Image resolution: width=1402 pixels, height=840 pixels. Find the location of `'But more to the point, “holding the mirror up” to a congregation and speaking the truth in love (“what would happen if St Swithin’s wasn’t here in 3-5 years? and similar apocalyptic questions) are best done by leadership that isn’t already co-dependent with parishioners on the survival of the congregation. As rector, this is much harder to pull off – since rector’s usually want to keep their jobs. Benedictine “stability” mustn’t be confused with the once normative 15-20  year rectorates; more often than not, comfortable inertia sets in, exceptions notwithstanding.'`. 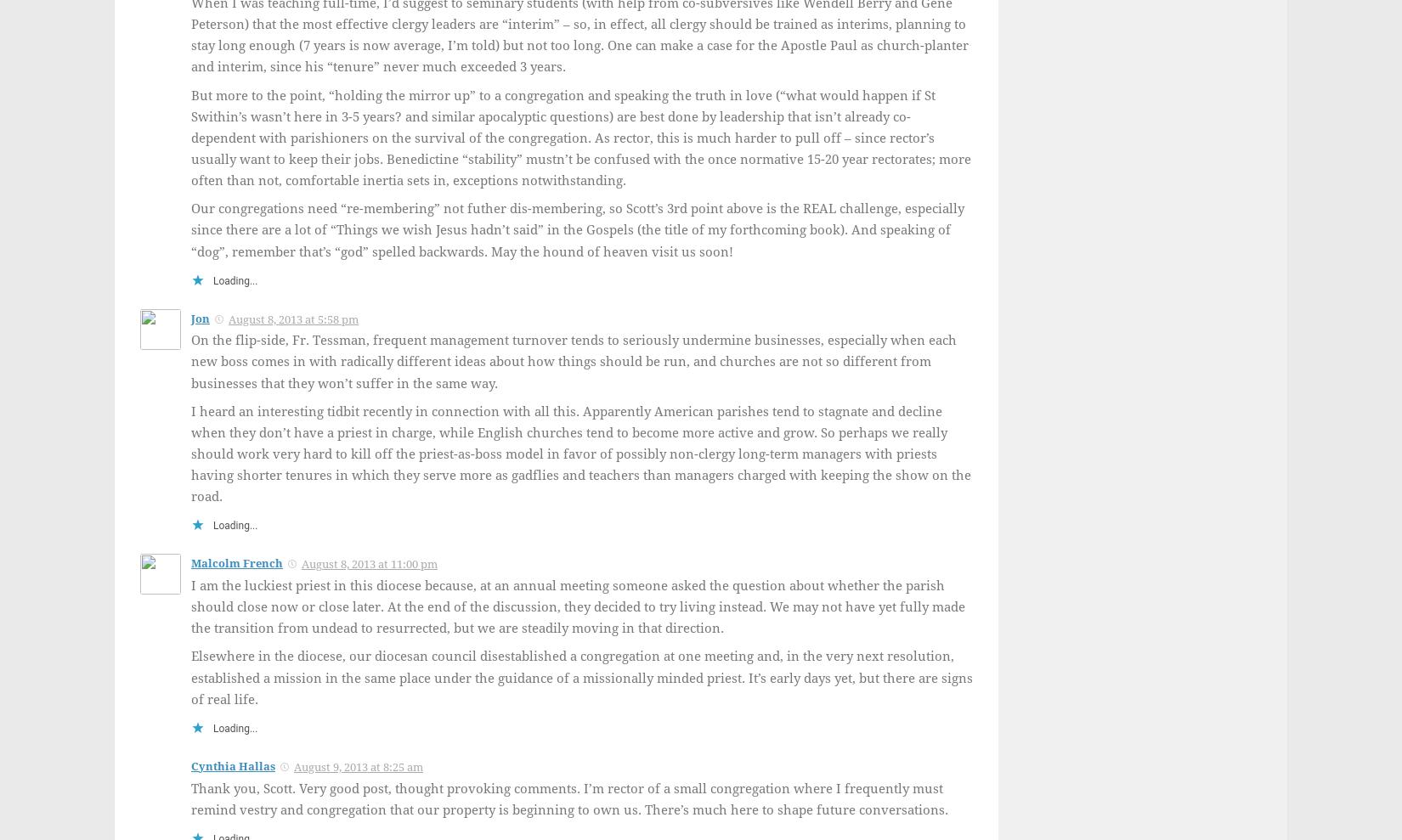

'But more to the point, “holding the mirror up” to a congregation and speaking the truth in love (“what would happen if St Swithin’s wasn’t here in 3-5 years? and similar apocalyptic questions) are best done by leadership that isn’t already co-dependent with parishioners on the survival of the congregation. As rector, this is much harder to pull off – since rector’s usually want to keep their jobs. Benedictine “stability” mustn’t be confused with the once normative 15-20  year rectorates; more often than not, comfortable inertia sets in, exceptions notwithstanding.' is located at coordinates (579, 137).